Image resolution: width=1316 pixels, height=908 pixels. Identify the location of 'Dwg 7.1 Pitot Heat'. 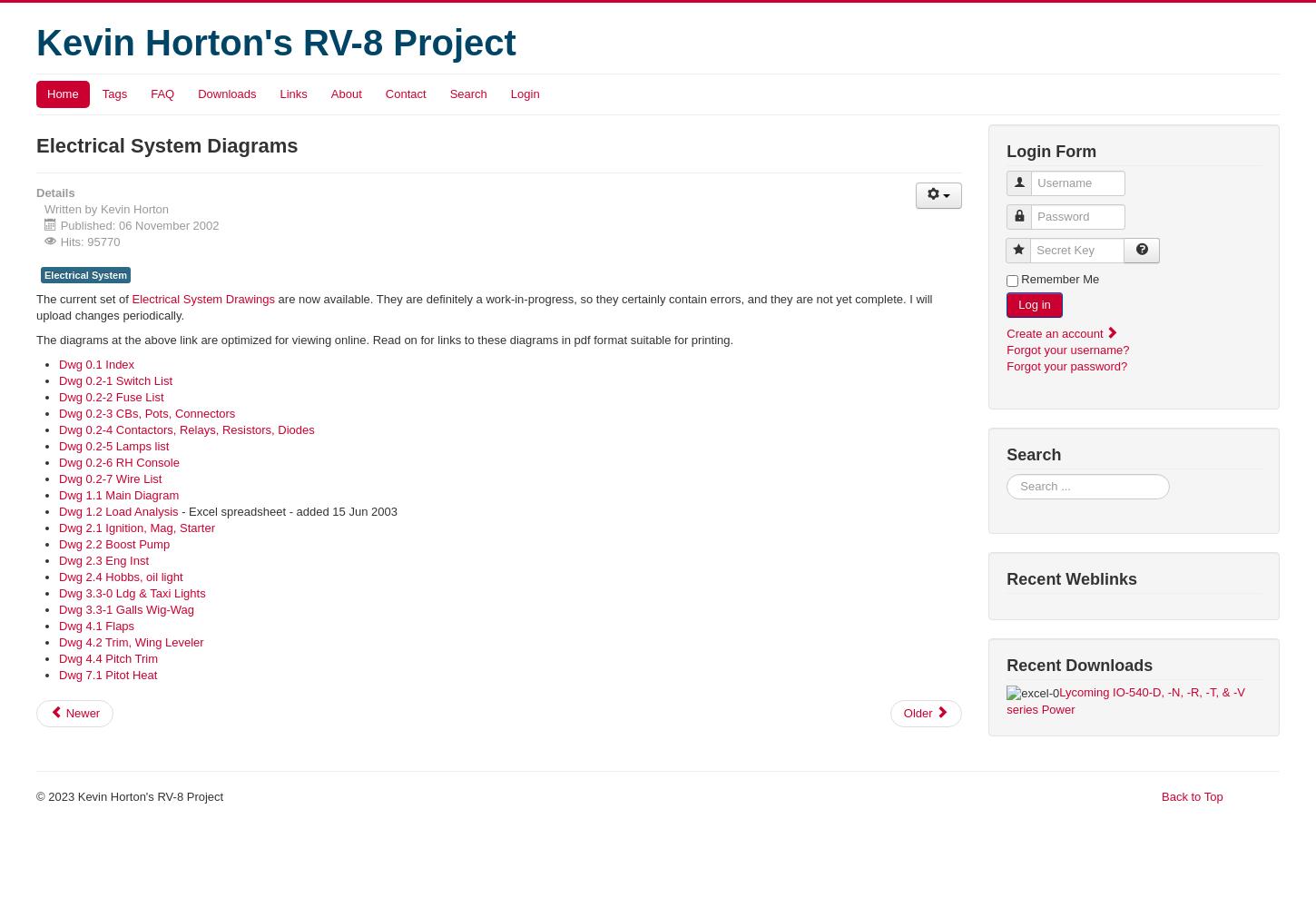
(108, 674).